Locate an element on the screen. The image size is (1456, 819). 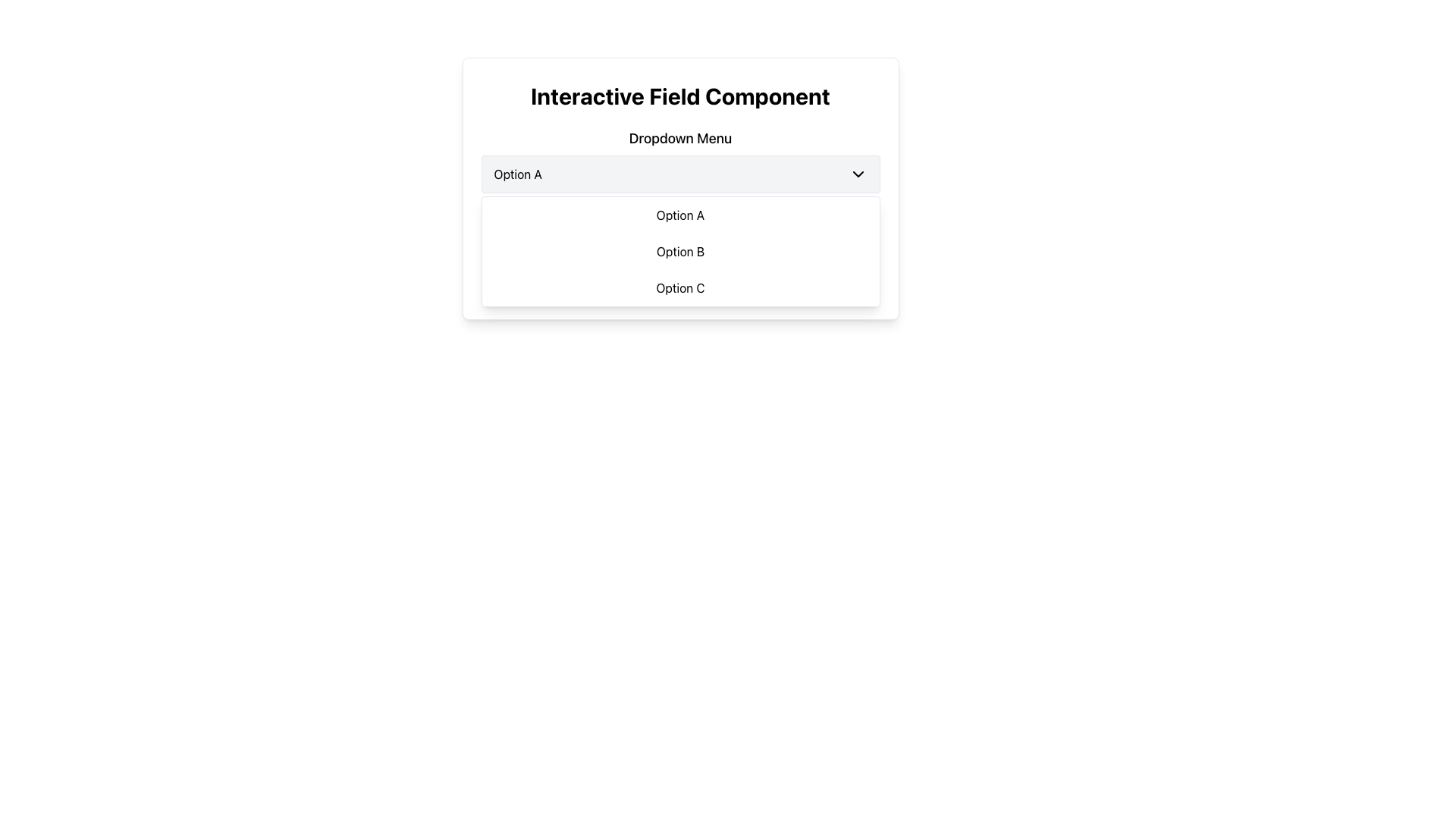
the Text label that describes and identifies the purpose of the dropdown component, which is centrally aligned above the dropdown options is located at coordinates (679, 138).